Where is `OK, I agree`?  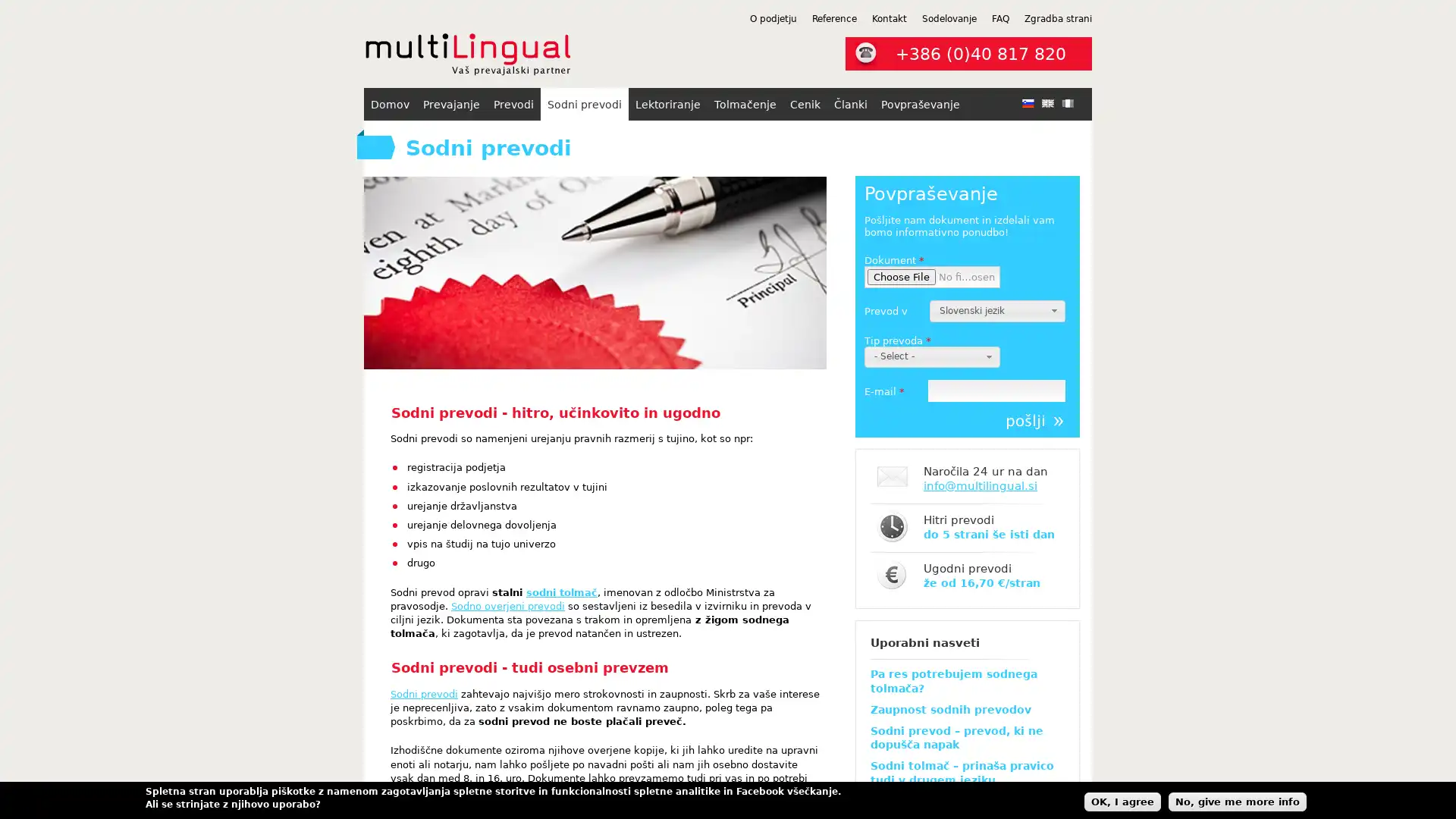
OK, I agree is located at coordinates (1122, 800).